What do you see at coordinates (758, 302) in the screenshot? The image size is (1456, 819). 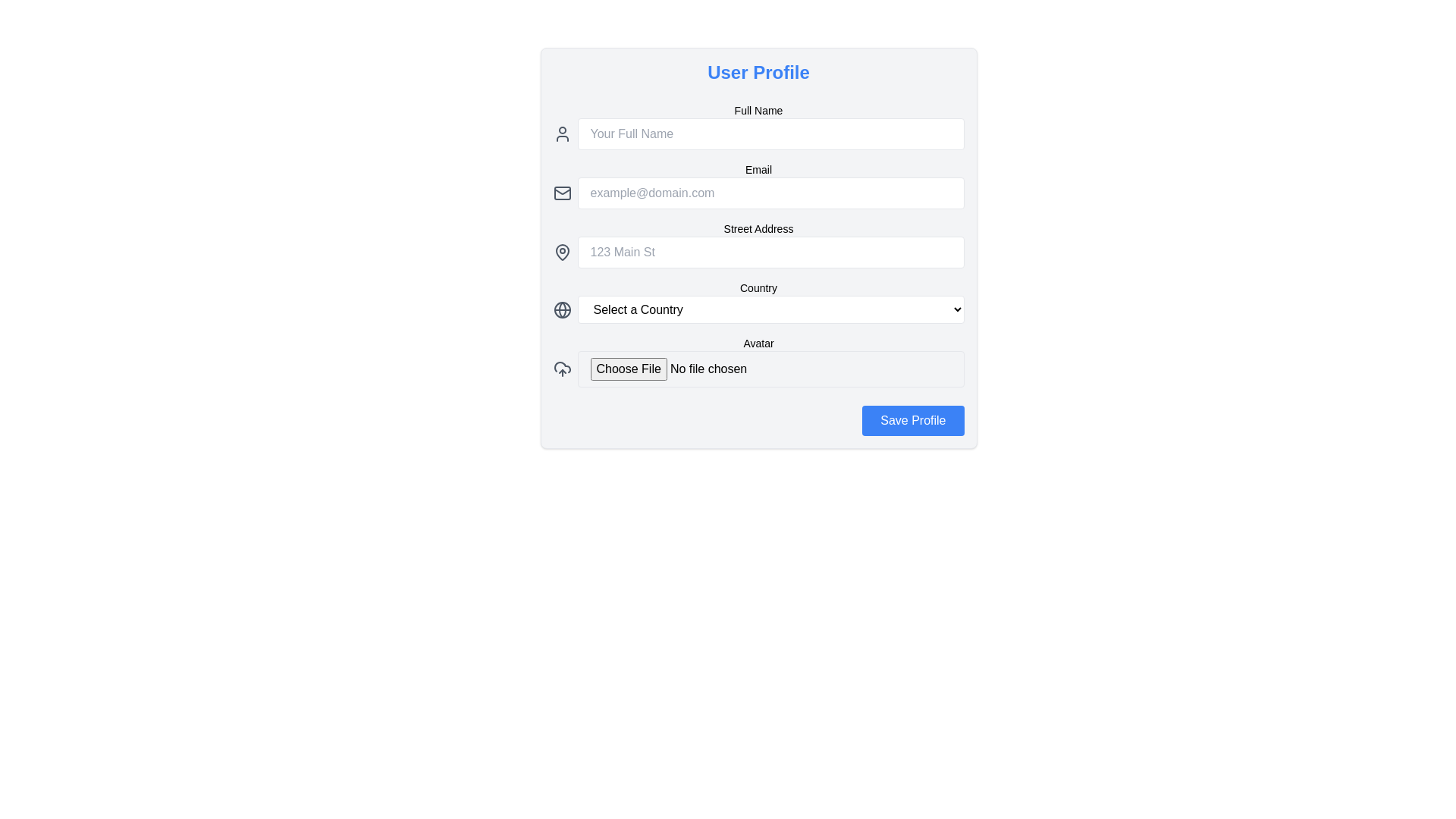 I see `an option from the 'Country' dropdown menu, which is styled in white with a bordered rectangular frame and is the fourth input field in the form` at bounding box center [758, 302].